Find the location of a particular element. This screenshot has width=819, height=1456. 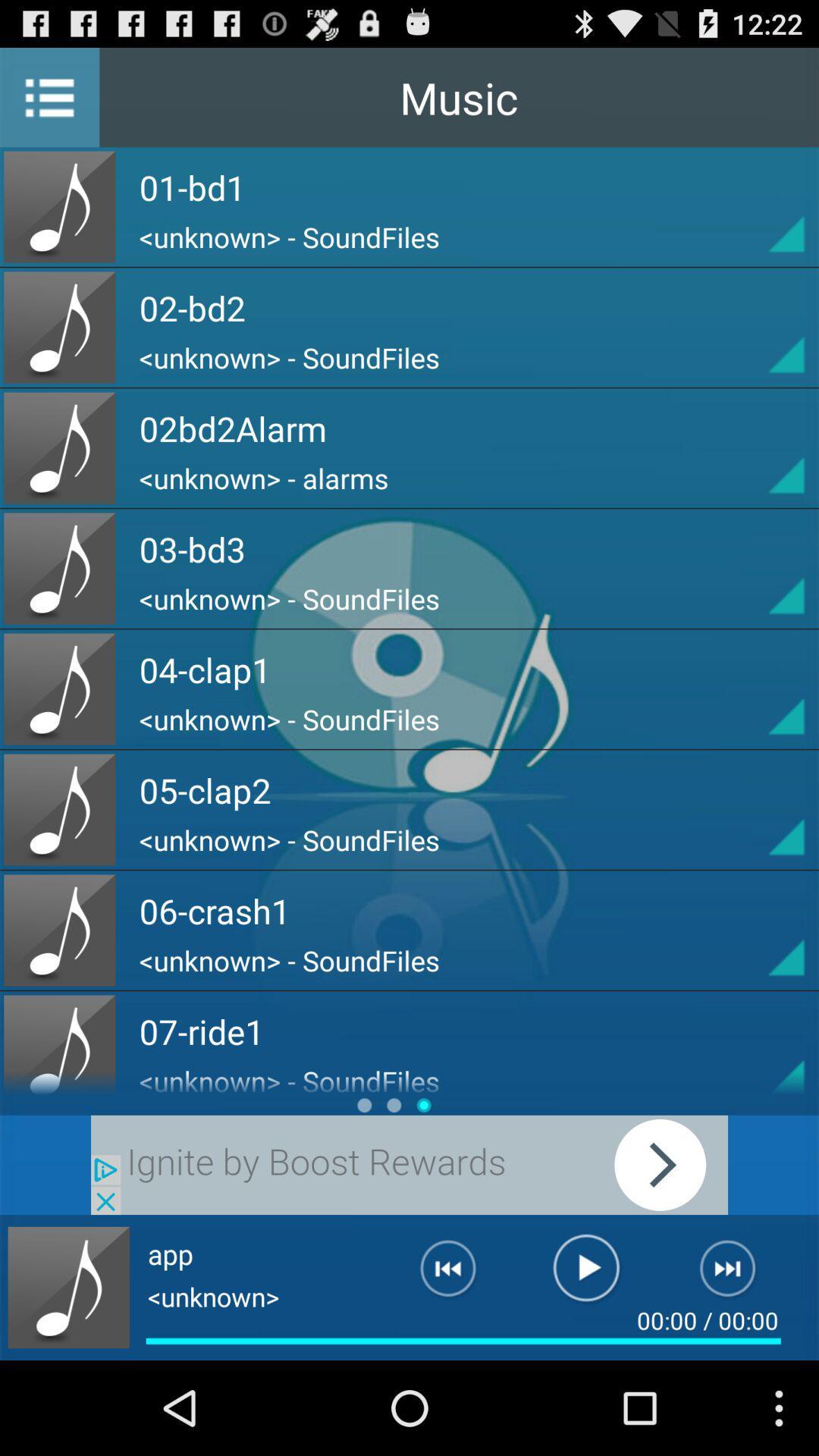

next song is located at coordinates (736, 1274).